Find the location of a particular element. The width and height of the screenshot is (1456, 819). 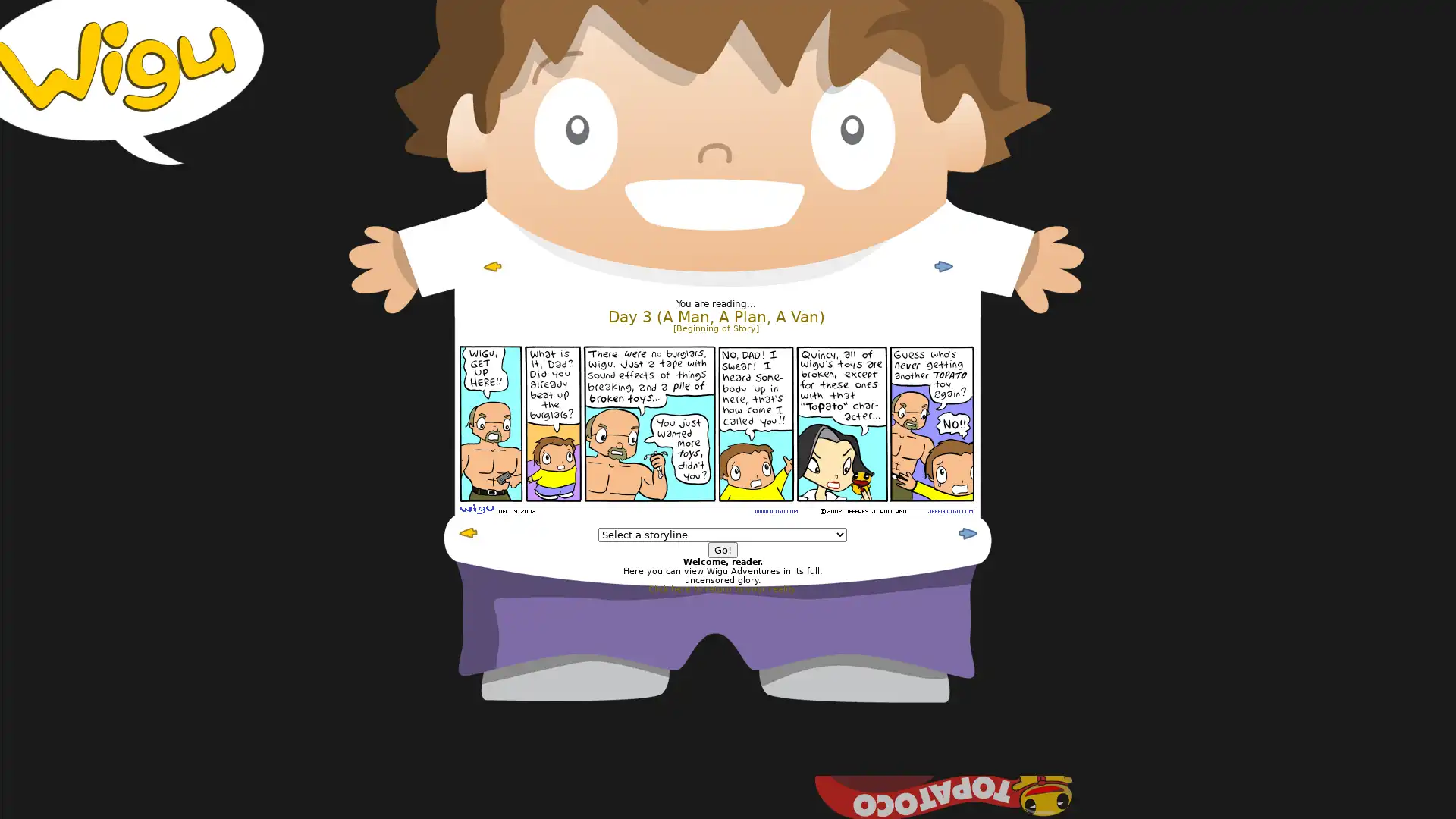

Go! is located at coordinates (721, 550).